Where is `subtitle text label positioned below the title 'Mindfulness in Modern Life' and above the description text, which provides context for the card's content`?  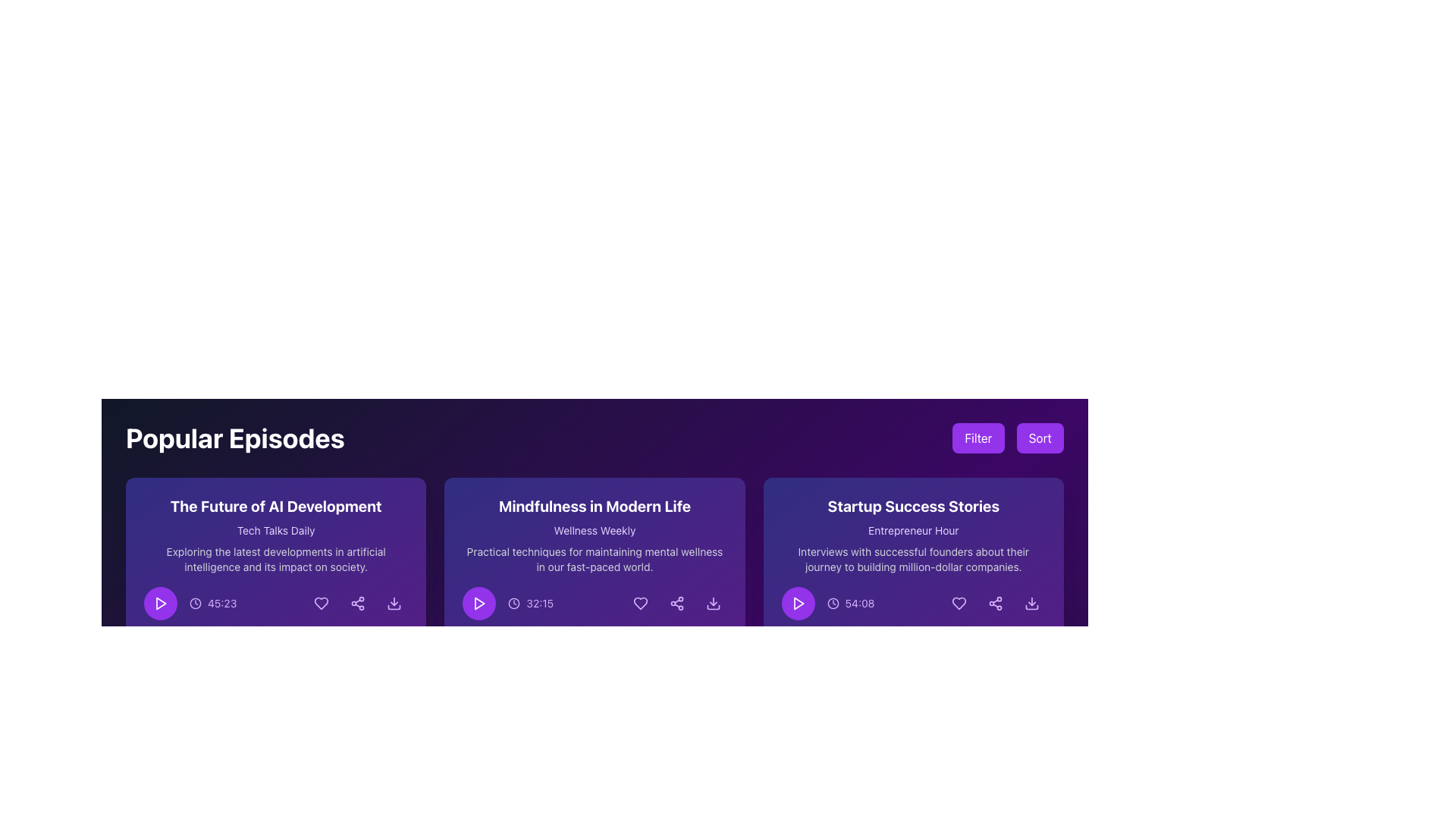 subtitle text label positioned below the title 'Mindfulness in Modern Life' and above the description text, which provides context for the card's content is located at coordinates (594, 529).